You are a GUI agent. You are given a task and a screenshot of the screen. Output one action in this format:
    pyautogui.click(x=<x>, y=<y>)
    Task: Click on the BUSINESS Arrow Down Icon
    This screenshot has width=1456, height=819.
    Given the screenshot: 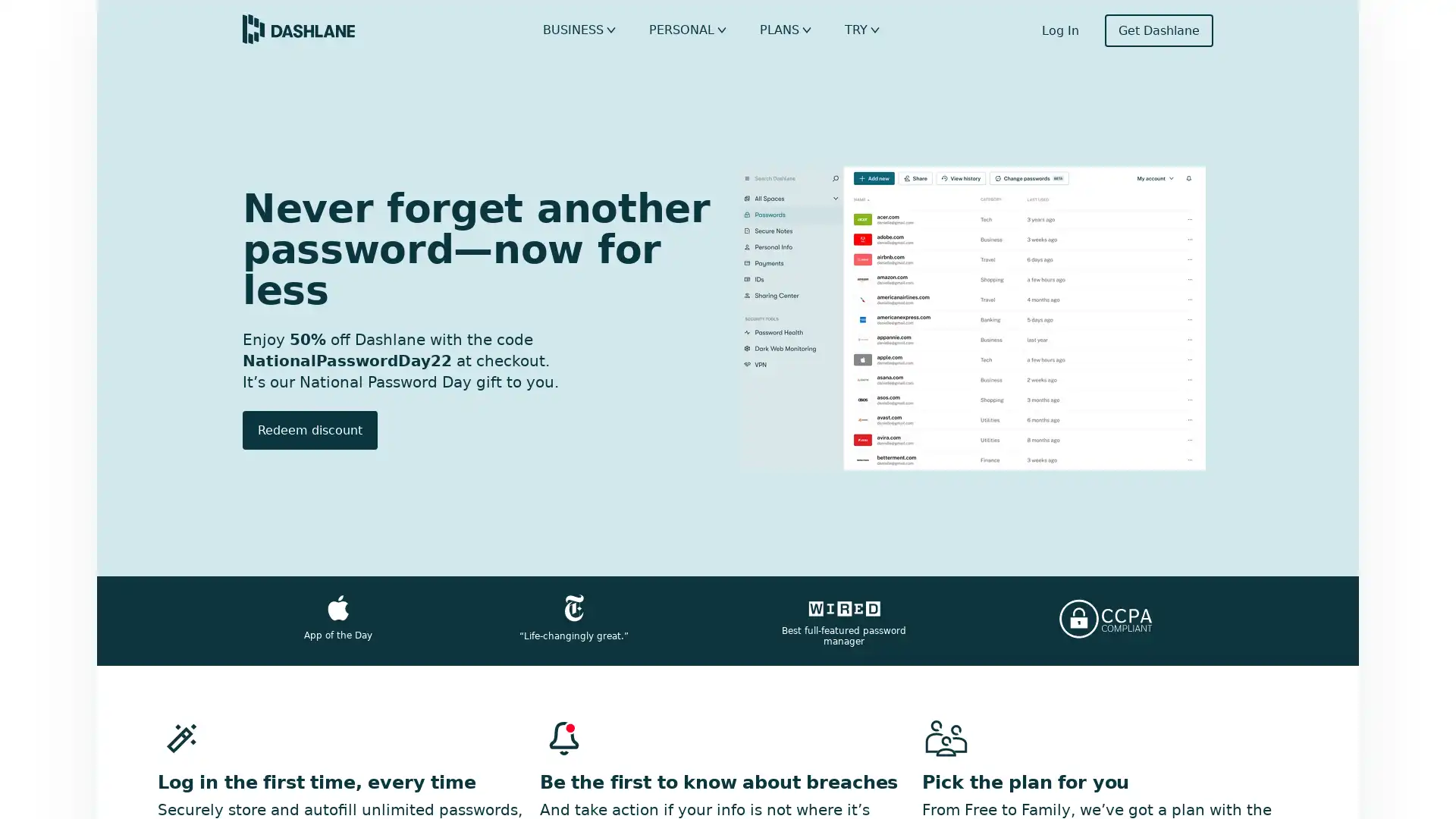 What is the action you would take?
    pyautogui.click(x=592, y=30)
    